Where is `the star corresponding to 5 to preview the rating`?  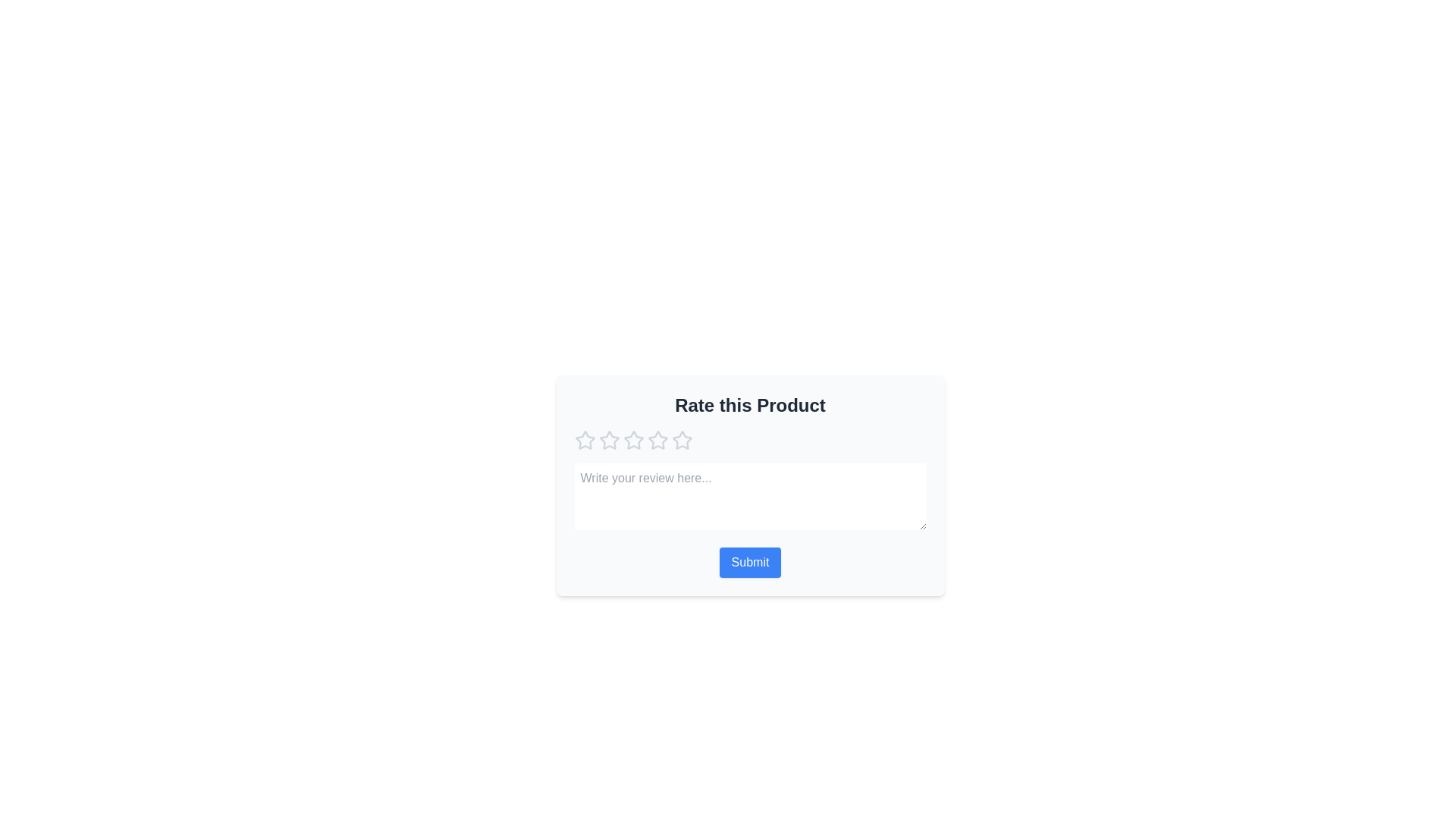 the star corresponding to 5 to preview the rating is located at coordinates (681, 441).